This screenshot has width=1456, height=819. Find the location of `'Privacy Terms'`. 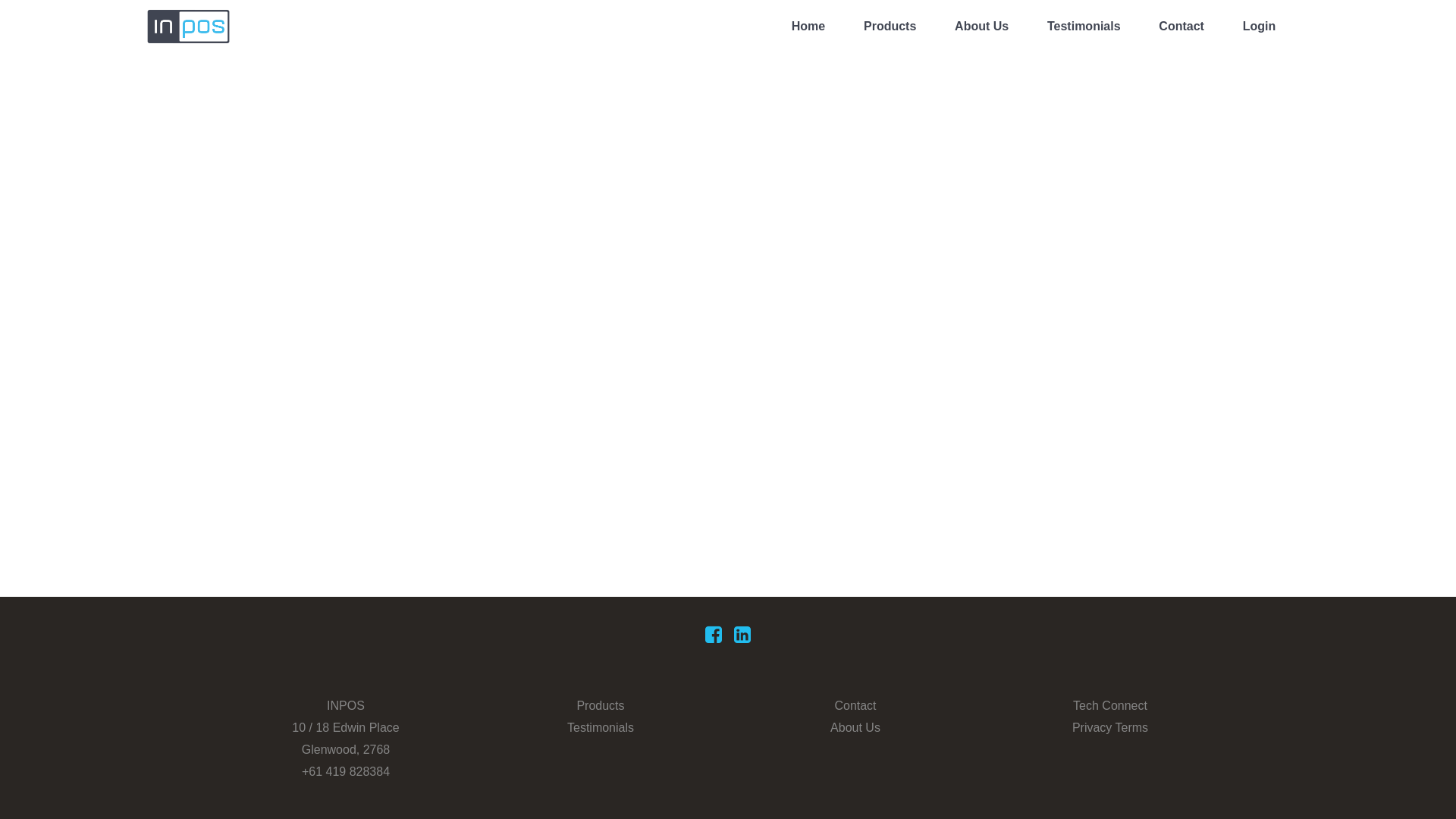

'Privacy Terms' is located at coordinates (1110, 727).